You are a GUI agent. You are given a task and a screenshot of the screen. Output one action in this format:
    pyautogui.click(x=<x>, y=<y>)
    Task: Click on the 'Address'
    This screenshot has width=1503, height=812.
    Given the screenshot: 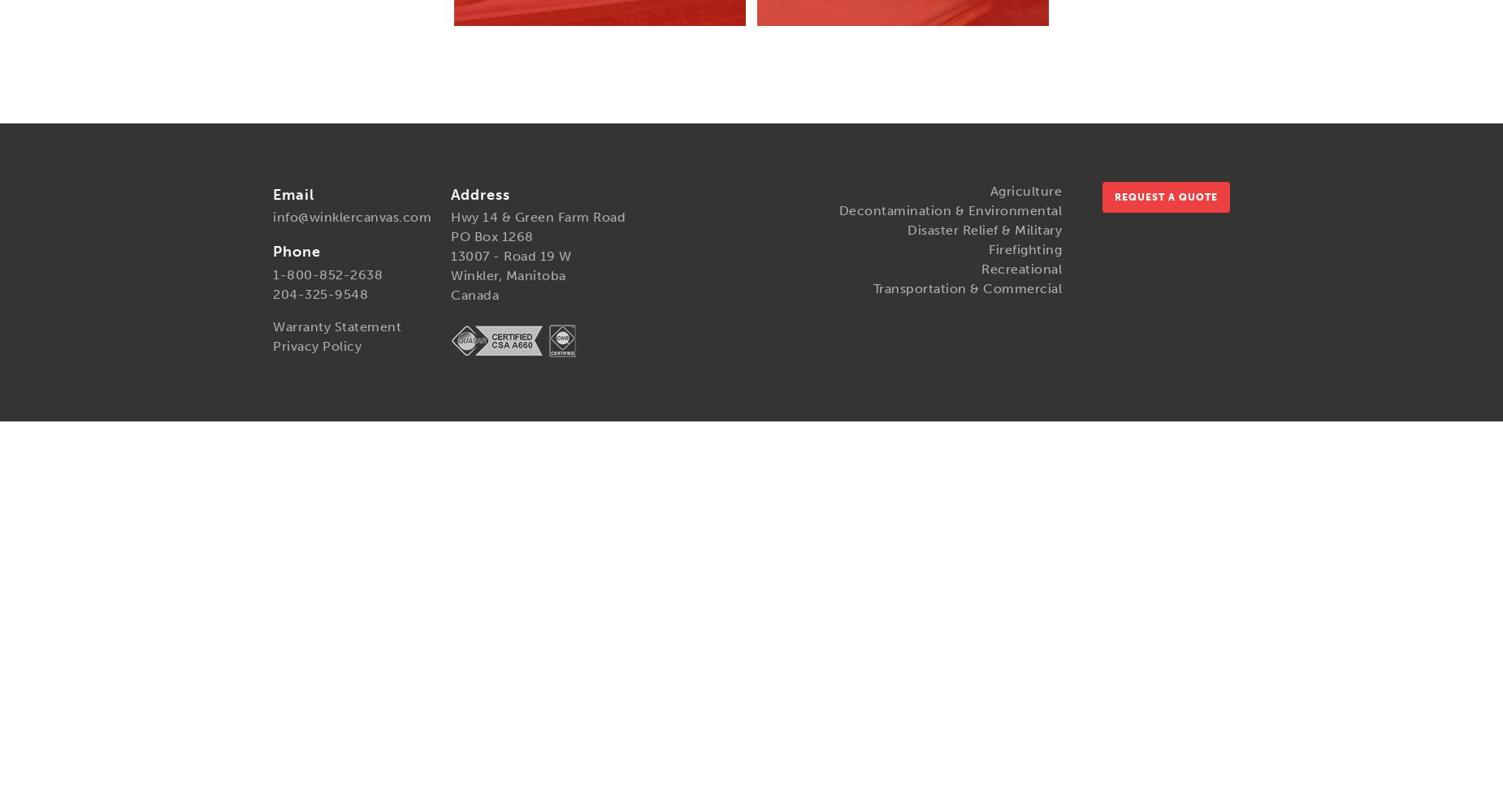 What is the action you would take?
    pyautogui.click(x=480, y=193)
    